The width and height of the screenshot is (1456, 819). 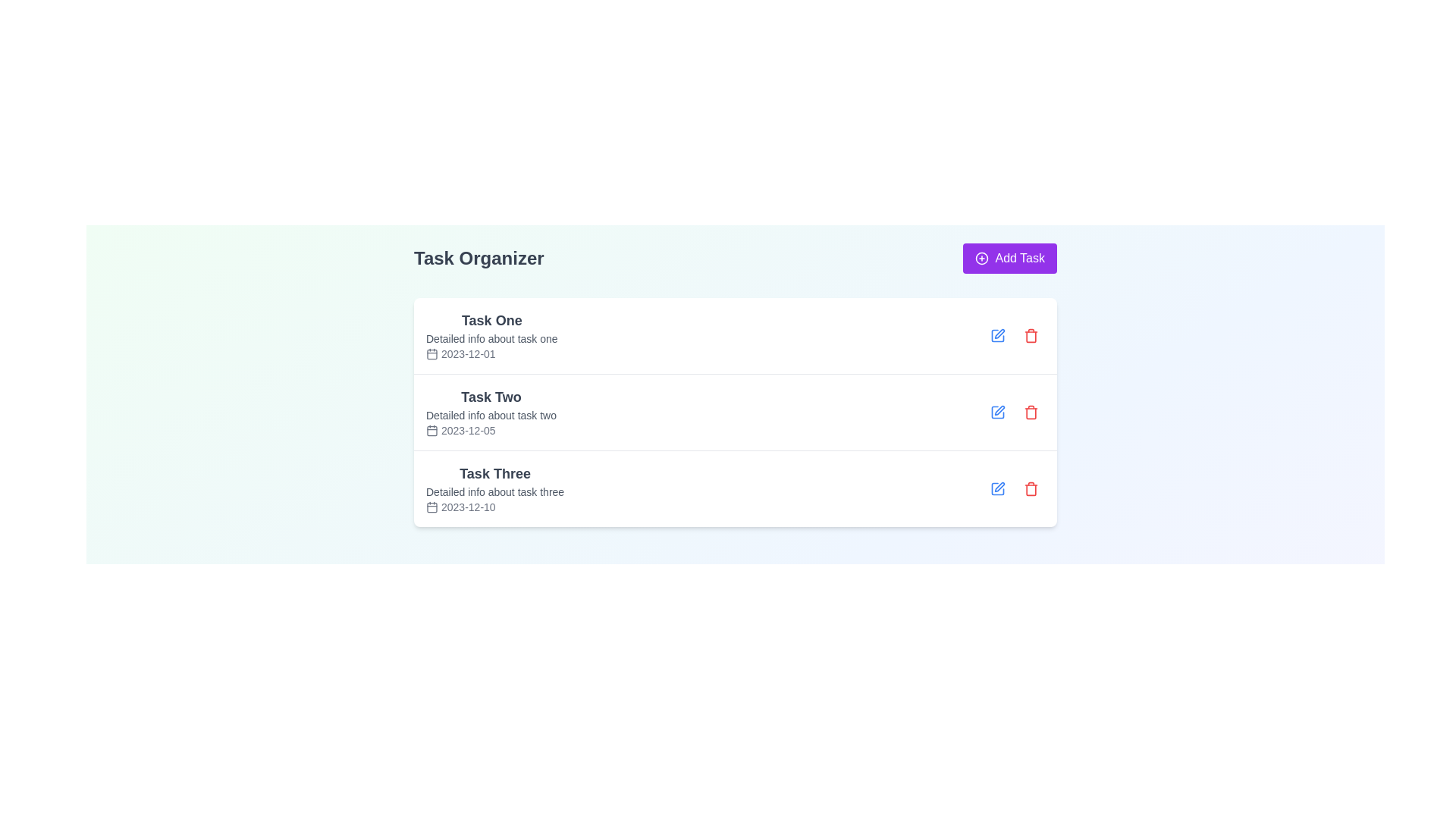 I want to click on the graphical SVG rectangle with rounded corners that is part of the calendar icon preceding the third task in the task organizer, so click(x=431, y=507).